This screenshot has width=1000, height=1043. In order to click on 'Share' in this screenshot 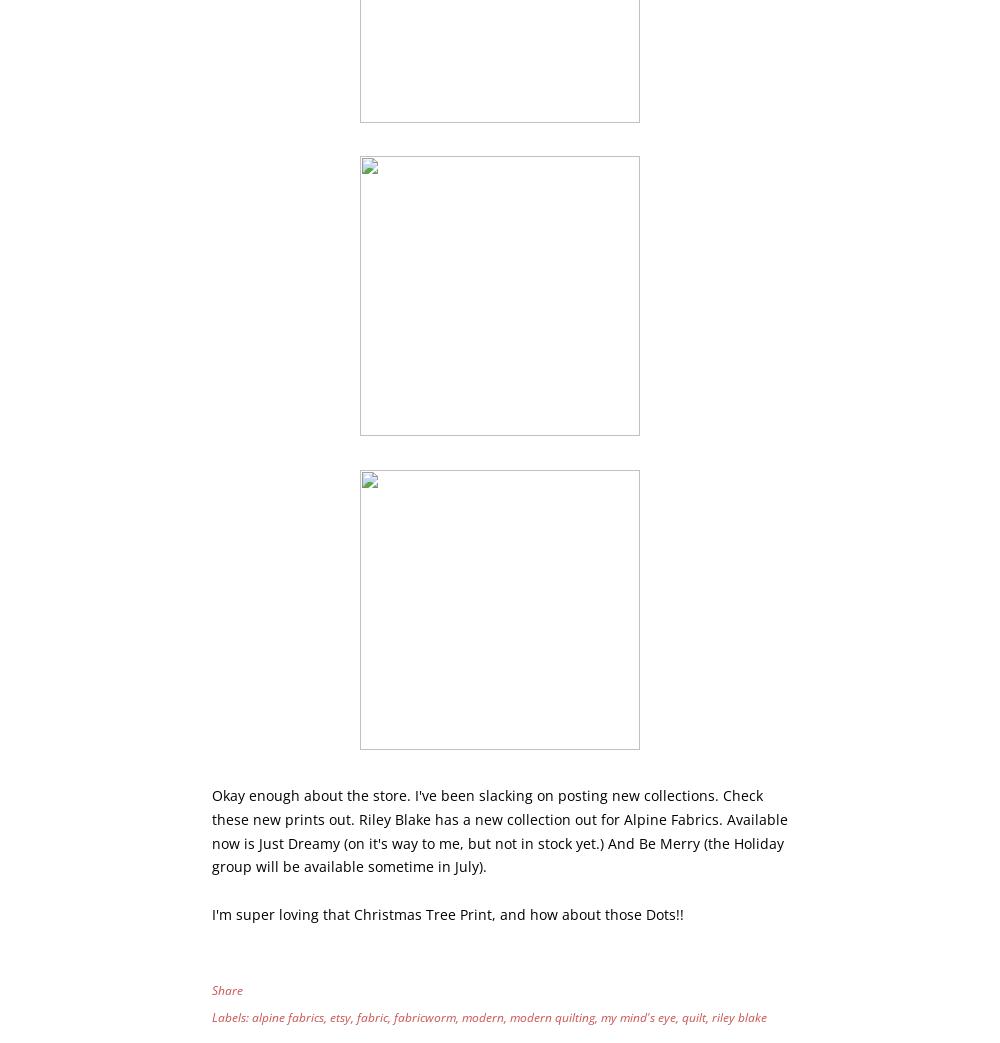, I will do `click(226, 989)`.